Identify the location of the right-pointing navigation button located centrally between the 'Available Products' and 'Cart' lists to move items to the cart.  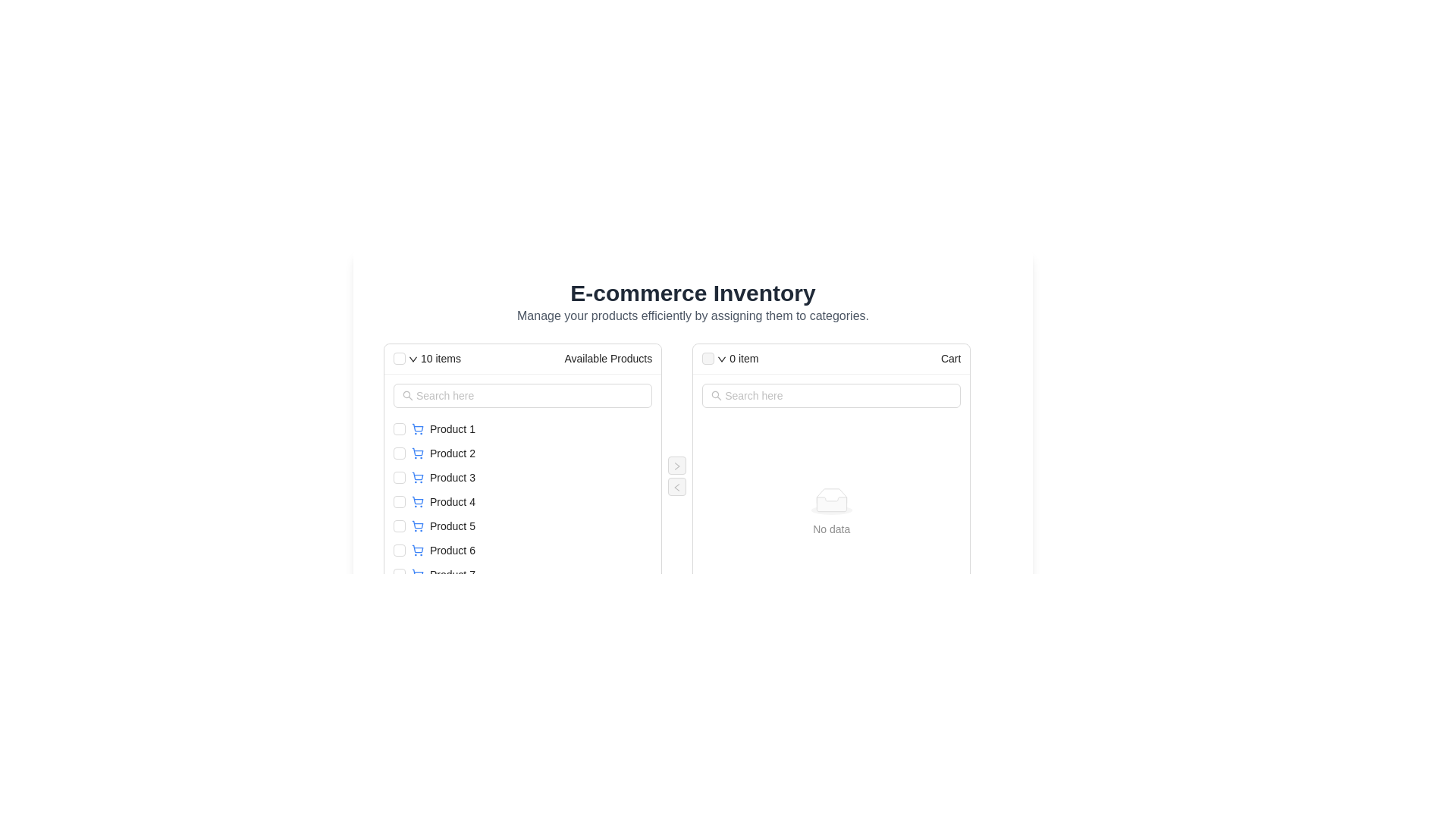
(676, 464).